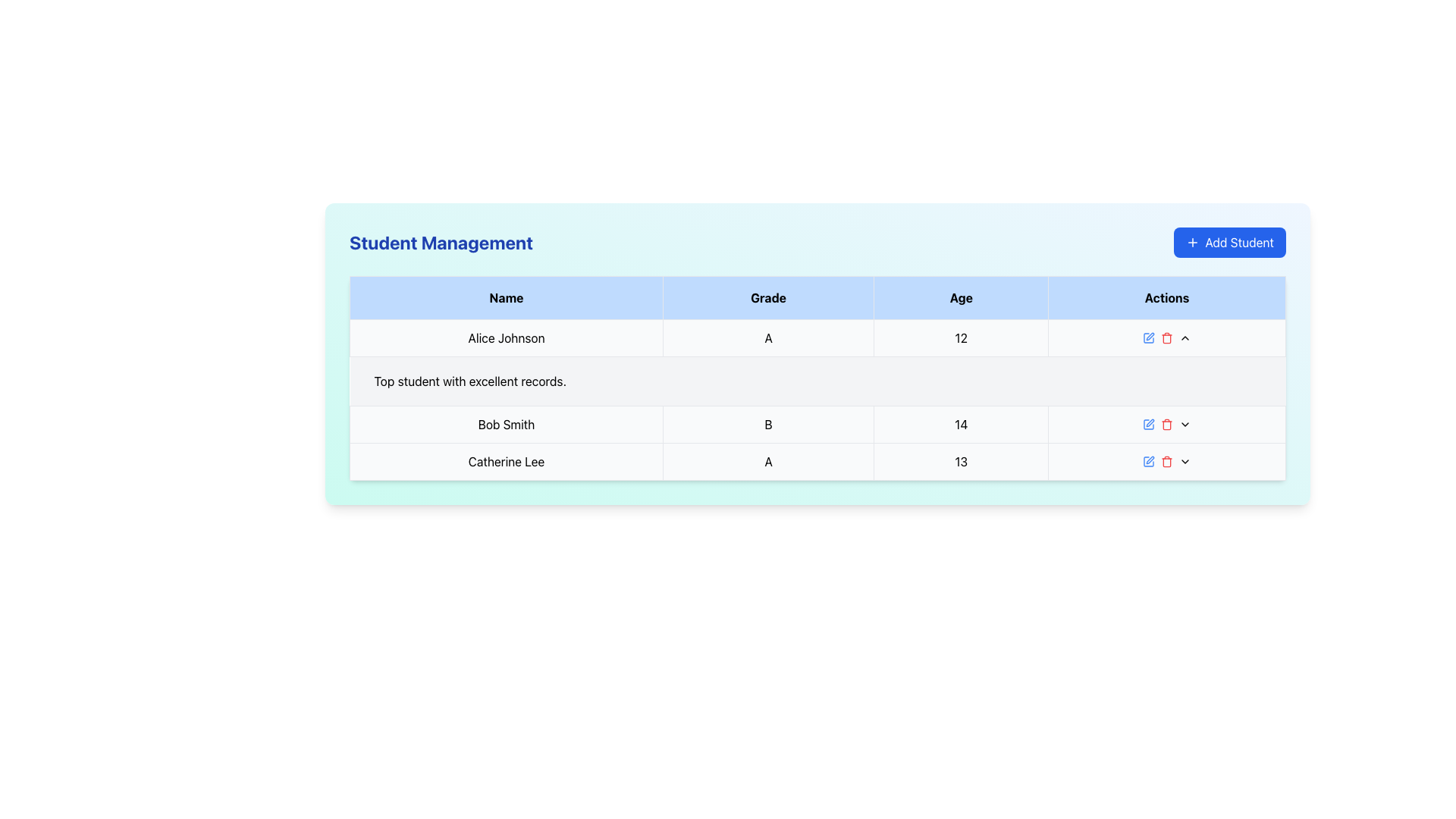 The image size is (1456, 819). What do you see at coordinates (1149, 337) in the screenshot?
I see `the small blue pencil icon in the 'Actions' column of the table under 'Student Management'` at bounding box center [1149, 337].